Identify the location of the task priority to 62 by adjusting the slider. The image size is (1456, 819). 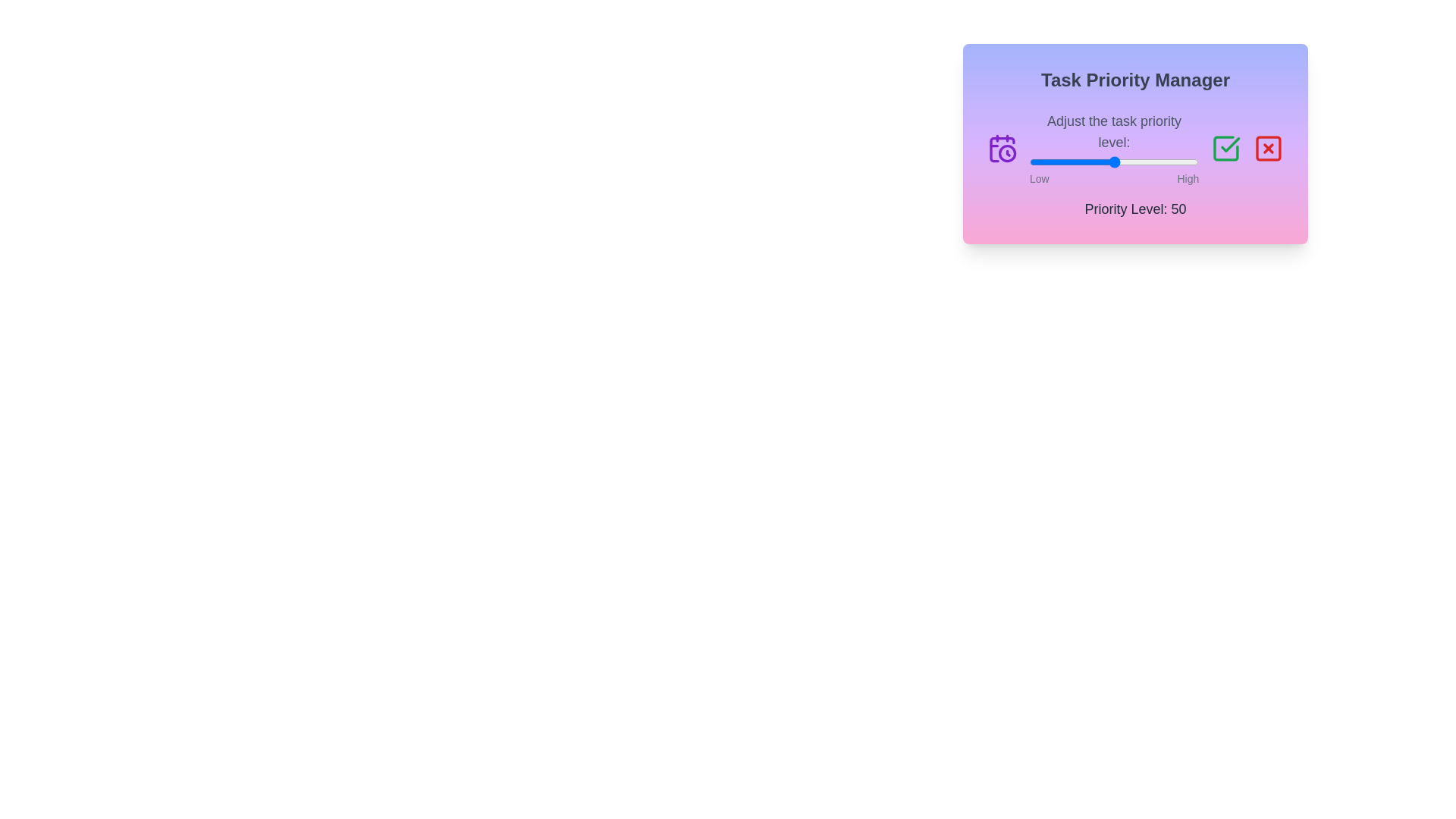
(1134, 162).